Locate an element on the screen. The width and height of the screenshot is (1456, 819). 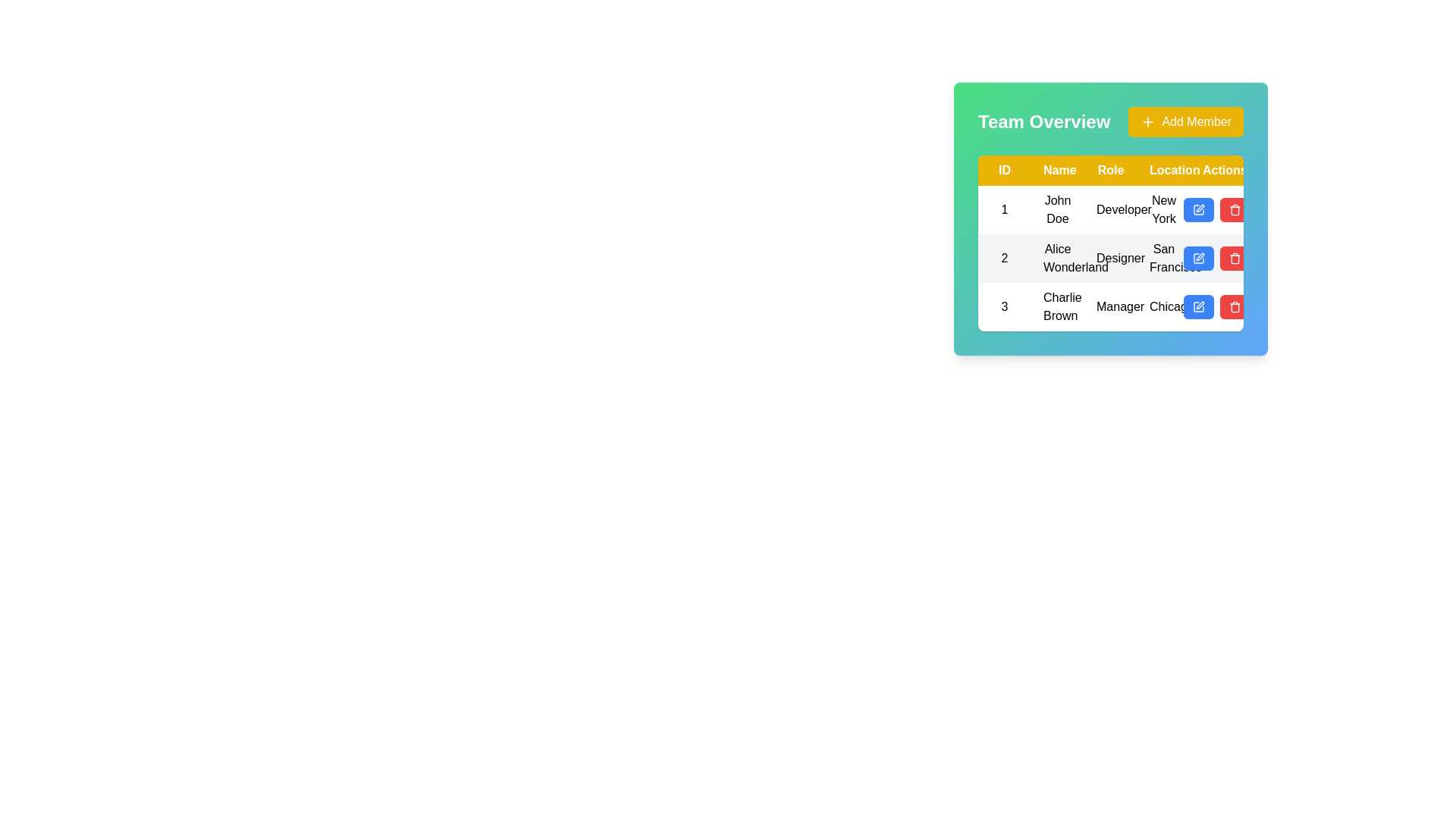
the 'Add Member' button which contains the icon for adding a new member, located in the top-right corner of the 'Team Overview' section is located at coordinates (1148, 121).